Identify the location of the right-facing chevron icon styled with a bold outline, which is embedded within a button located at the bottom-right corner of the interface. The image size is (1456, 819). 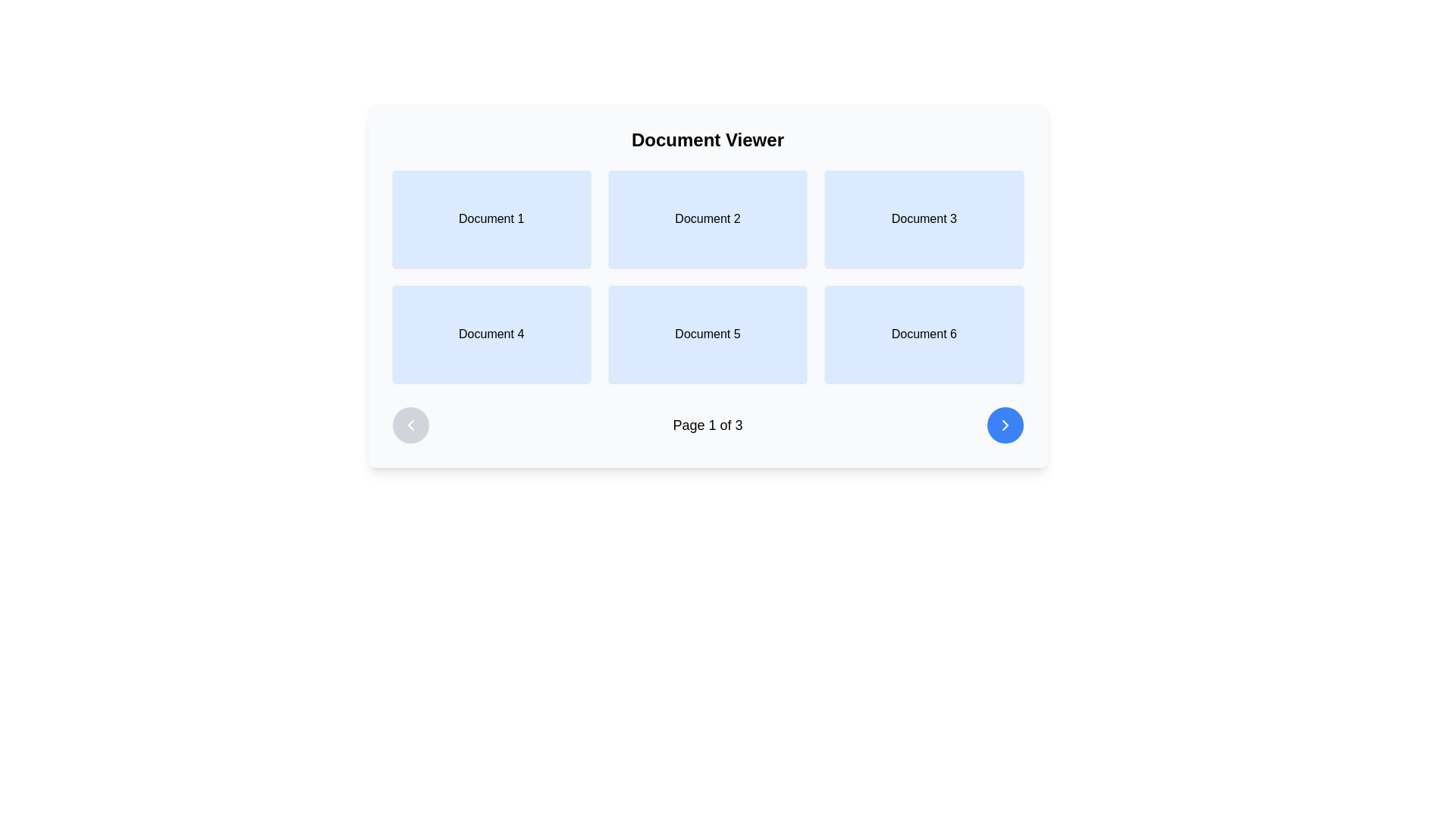
(1005, 425).